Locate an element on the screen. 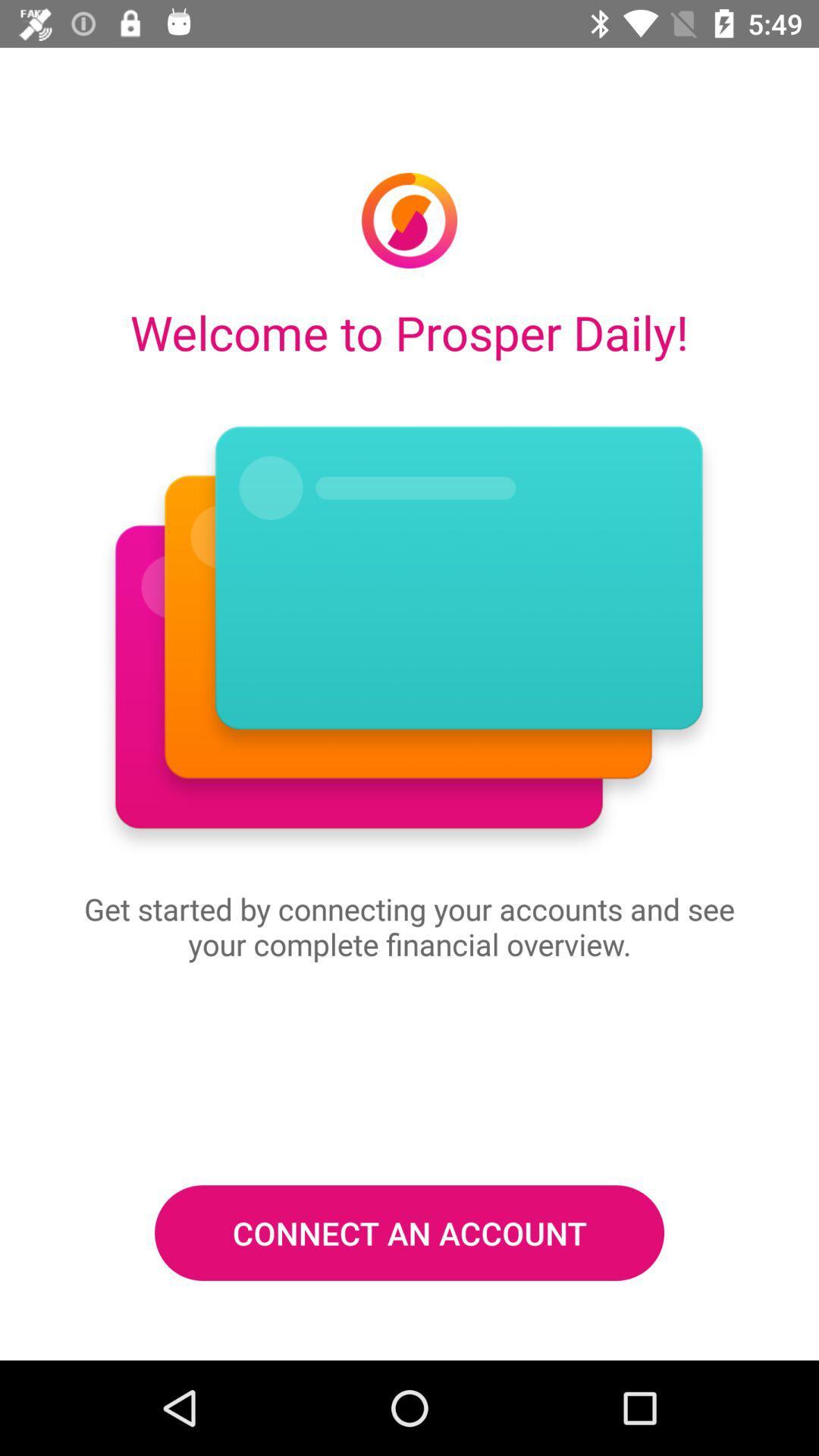 This screenshot has width=819, height=1456. the item below the get started by item is located at coordinates (409, 1233).